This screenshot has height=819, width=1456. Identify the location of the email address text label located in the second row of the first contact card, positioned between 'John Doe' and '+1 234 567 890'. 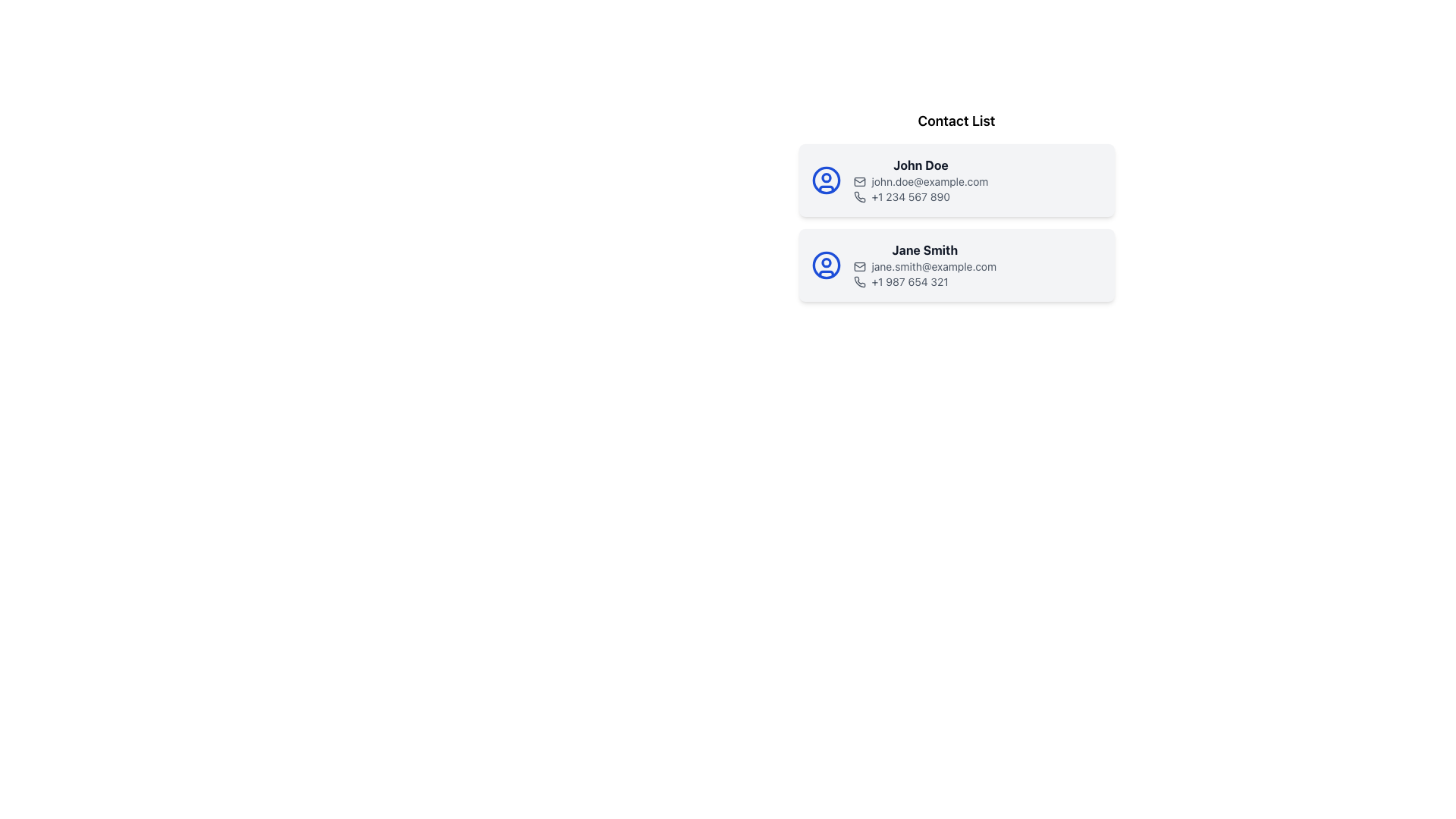
(920, 180).